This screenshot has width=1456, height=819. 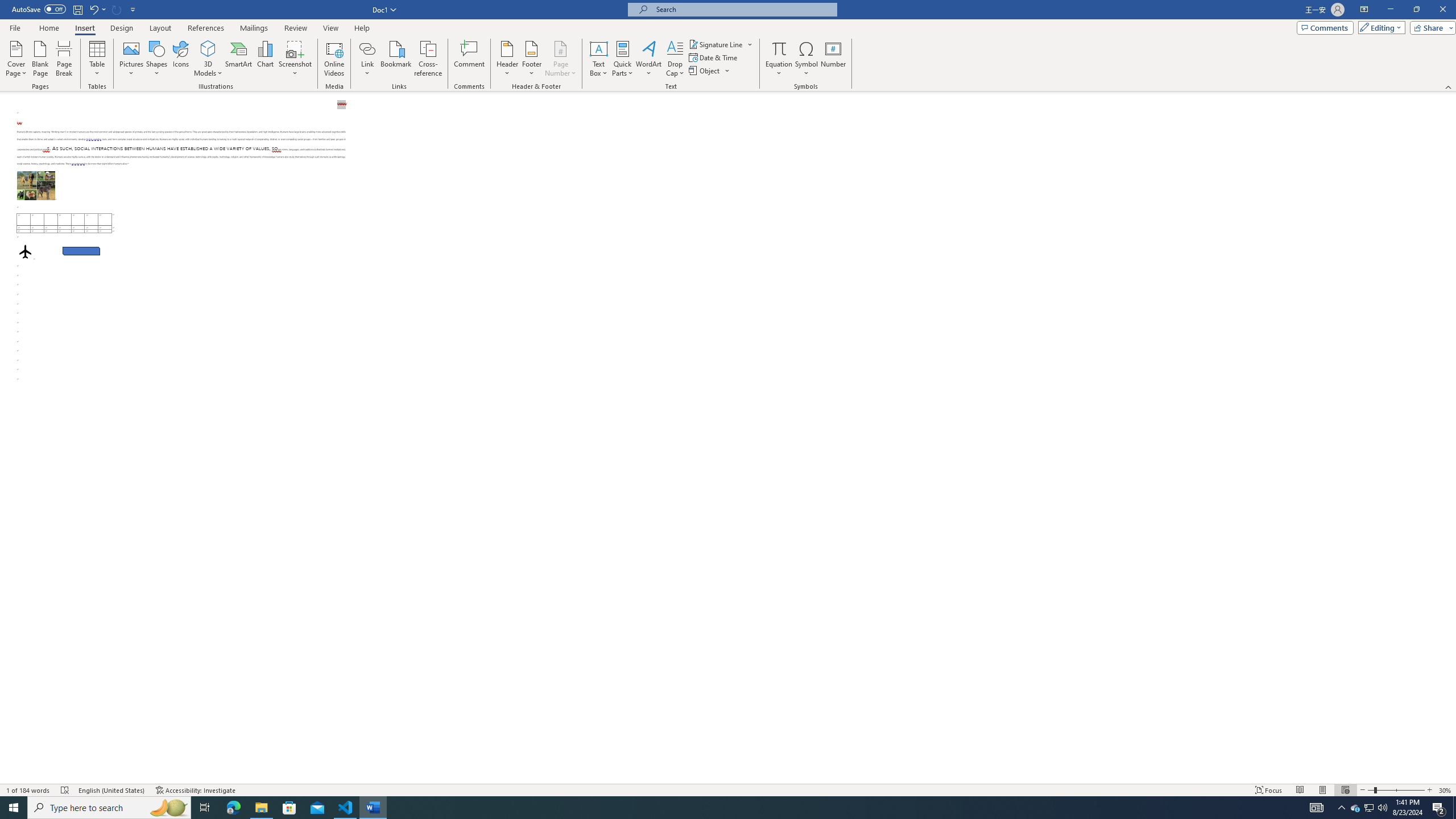 What do you see at coordinates (180, 59) in the screenshot?
I see `'Icons'` at bounding box center [180, 59].